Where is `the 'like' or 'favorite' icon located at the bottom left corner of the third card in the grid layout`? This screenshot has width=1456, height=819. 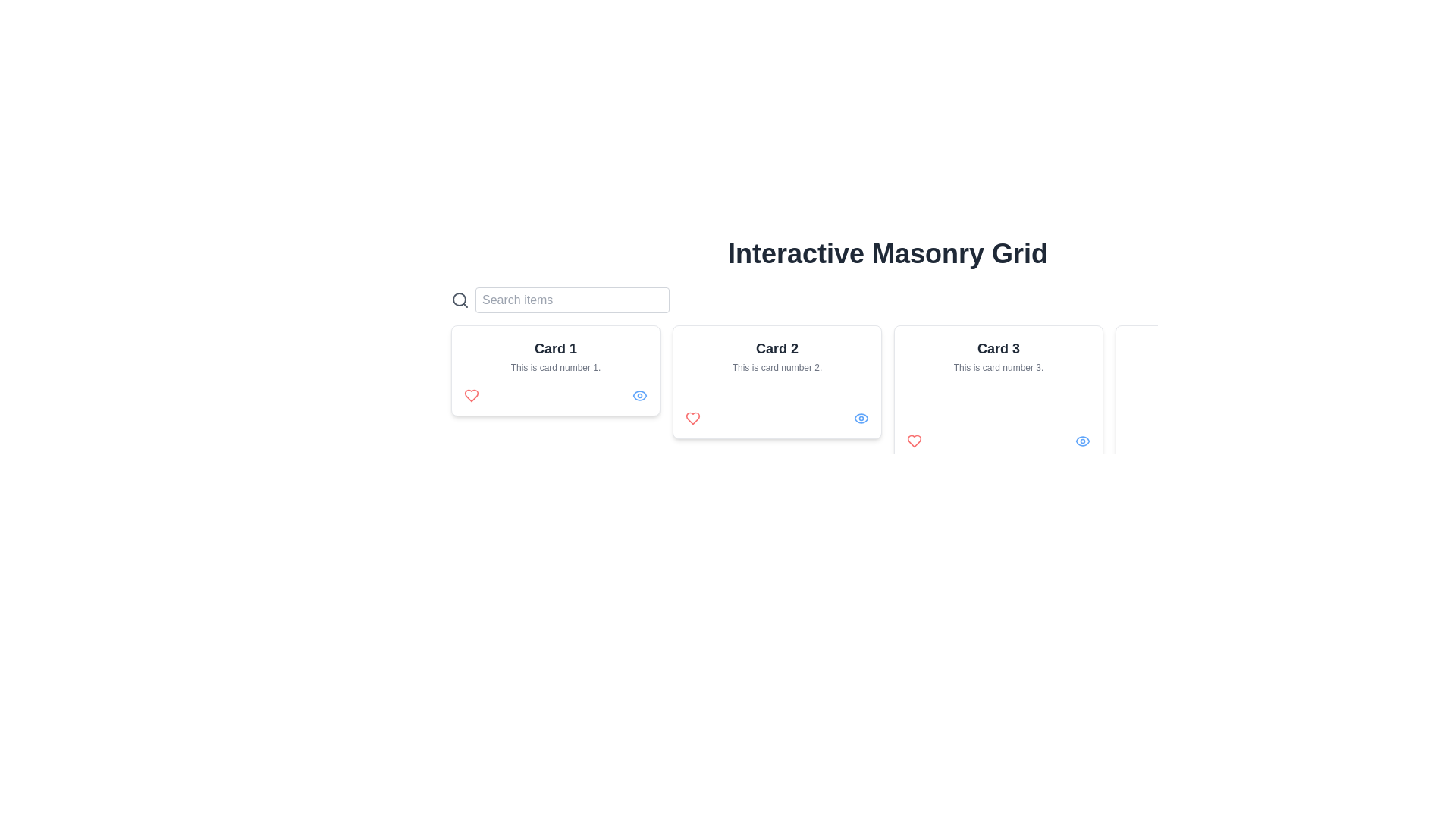 the 'like' or 'favorite' icon located at the bottom left corner of the third card in the grid layout is located at coordinates (913, 441).